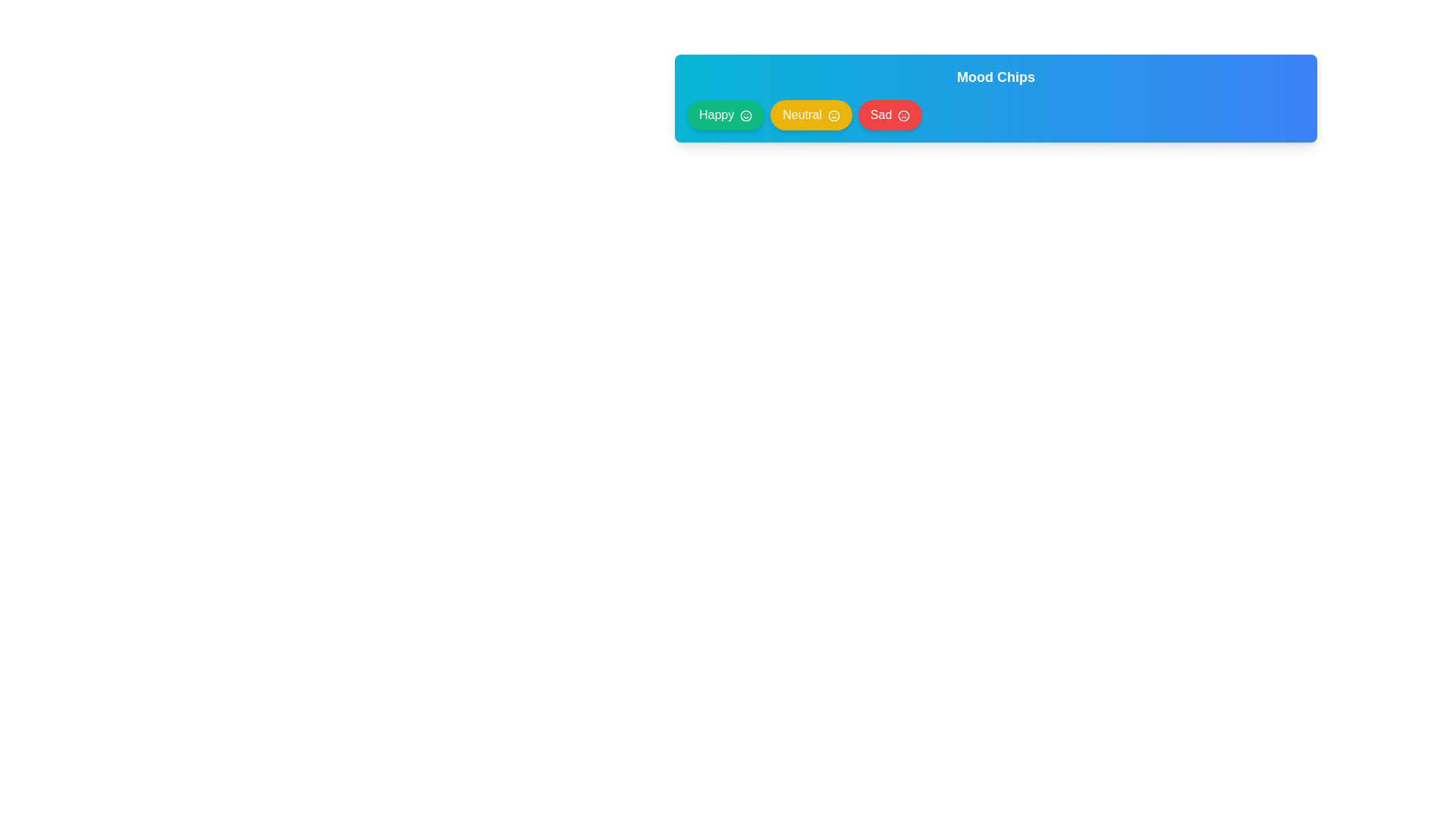  What do you see at coordinates (746, 115) in the screenshot?
I see `the SVG Circle that represents the outer structure of the smiley face icon within the 'Happy' mood chip button` at bounding box center [746, 115].